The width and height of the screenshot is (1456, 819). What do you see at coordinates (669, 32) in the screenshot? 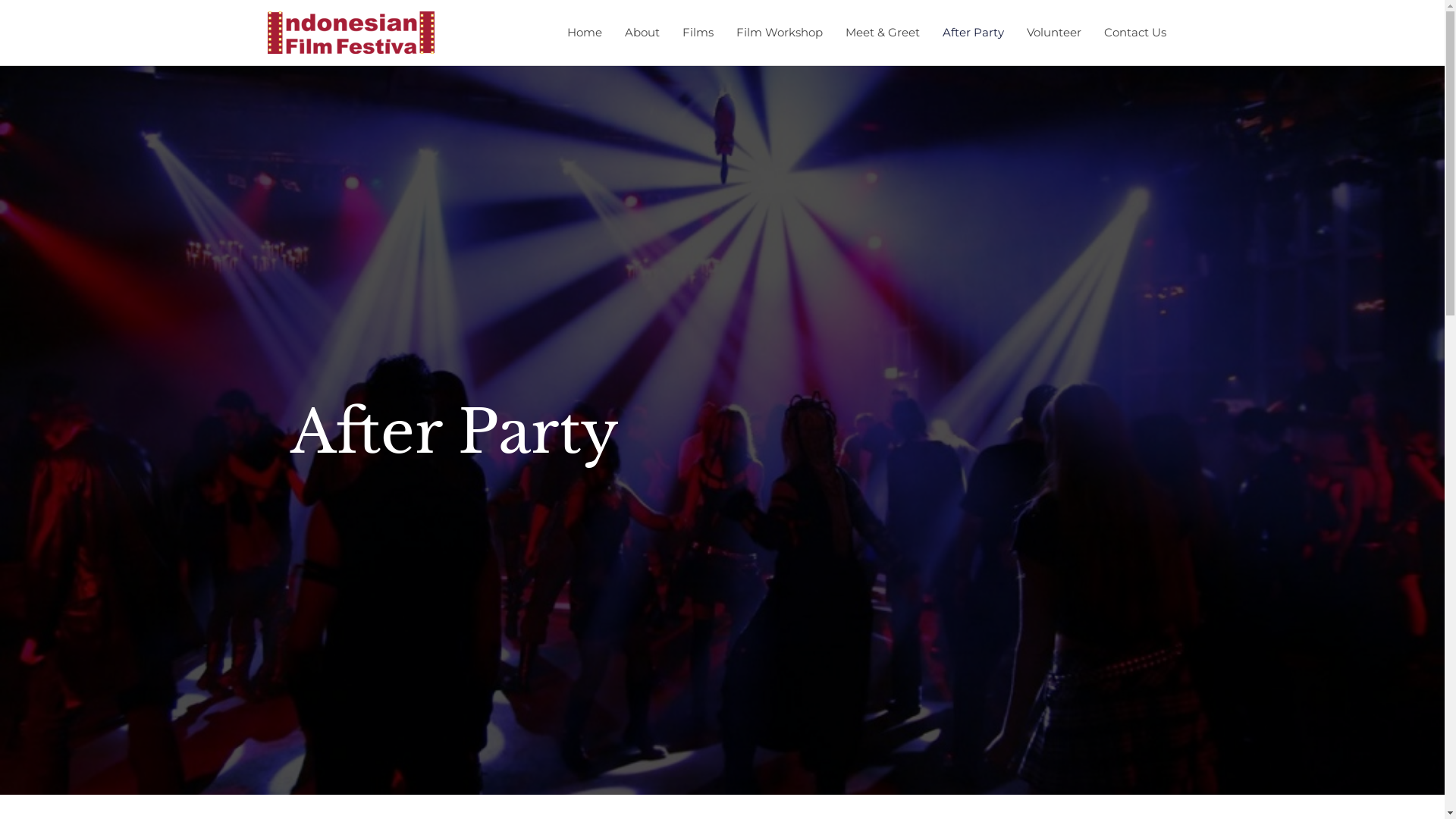
I see `'Films'` at bounding box center [669, 32].